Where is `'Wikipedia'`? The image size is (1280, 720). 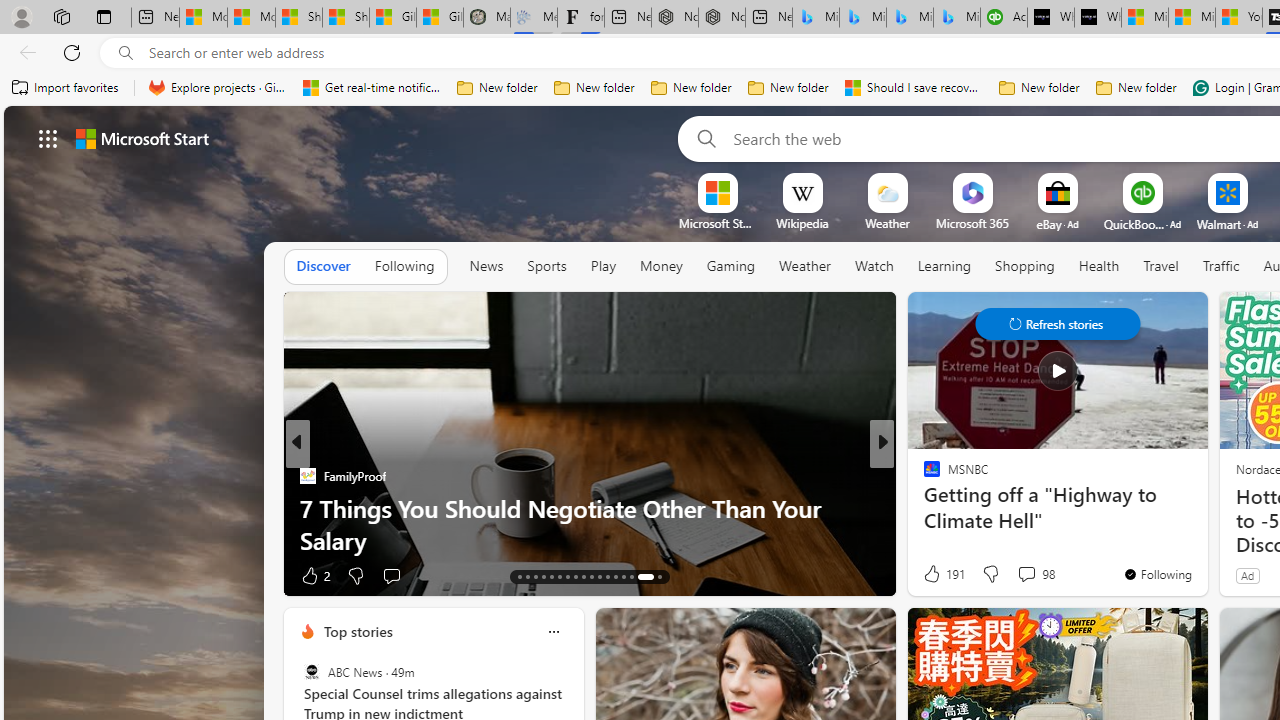 'Wikipedia' is located at coordinates (802, 223).